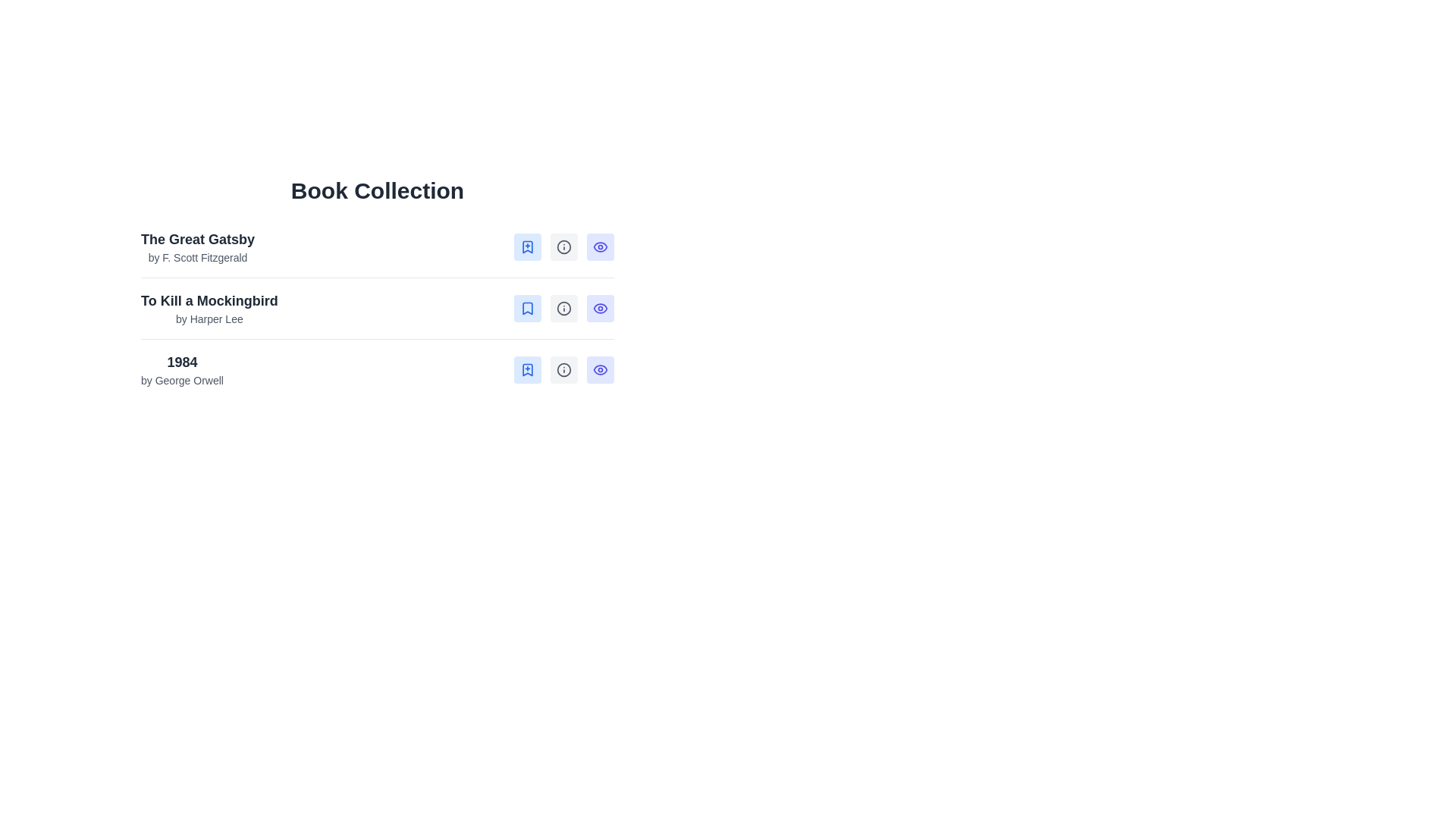  Describe the element at coordinates (563, 370) in the screenshot. I see `the details icon, which is a gray information symbol in a circular outline format, located in the last row of the 'Book Collection' section, between the bookmark icon and the eye icon` at that location.